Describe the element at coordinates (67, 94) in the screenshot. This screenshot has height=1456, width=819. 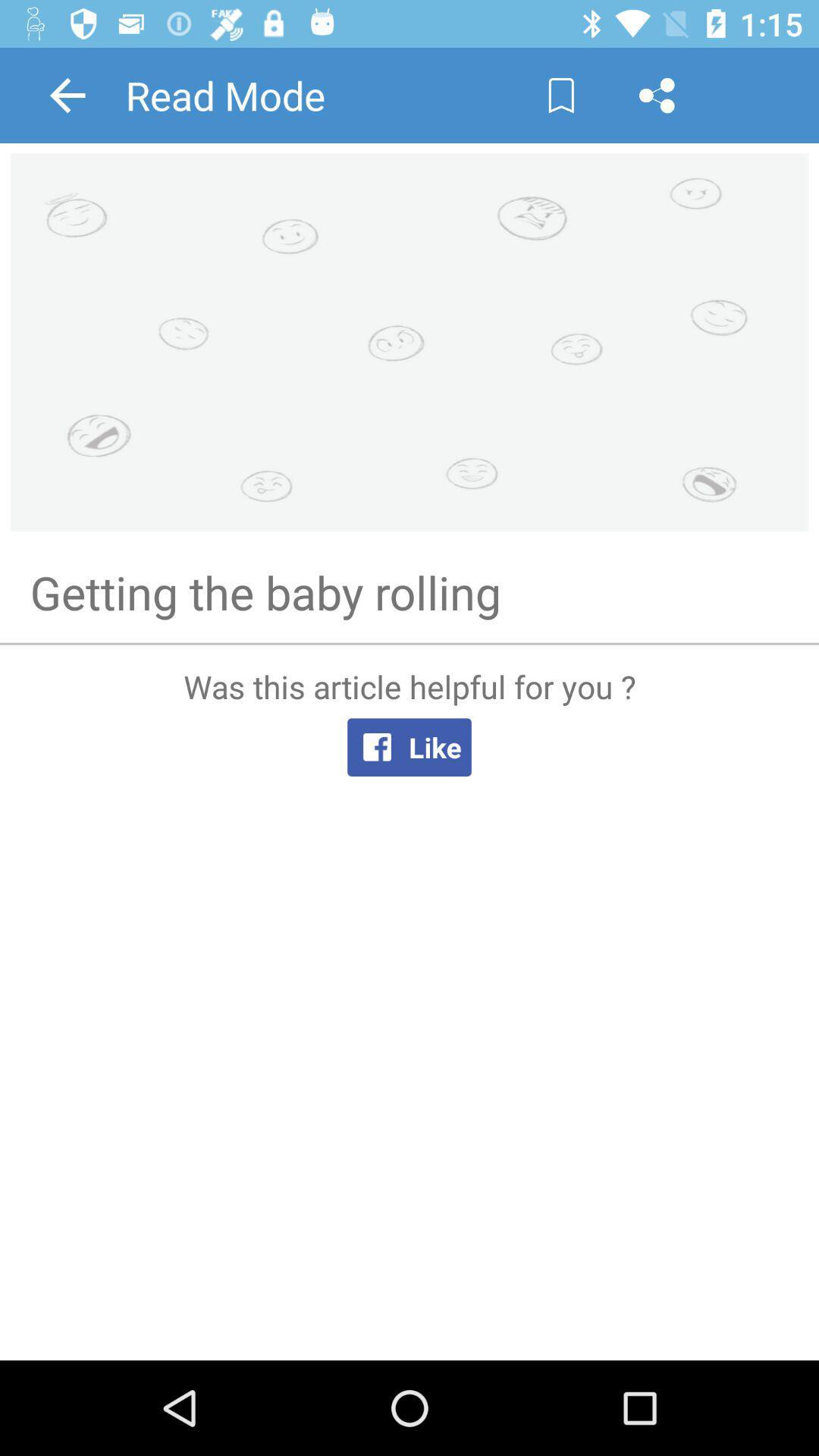
I see `back` at that location.